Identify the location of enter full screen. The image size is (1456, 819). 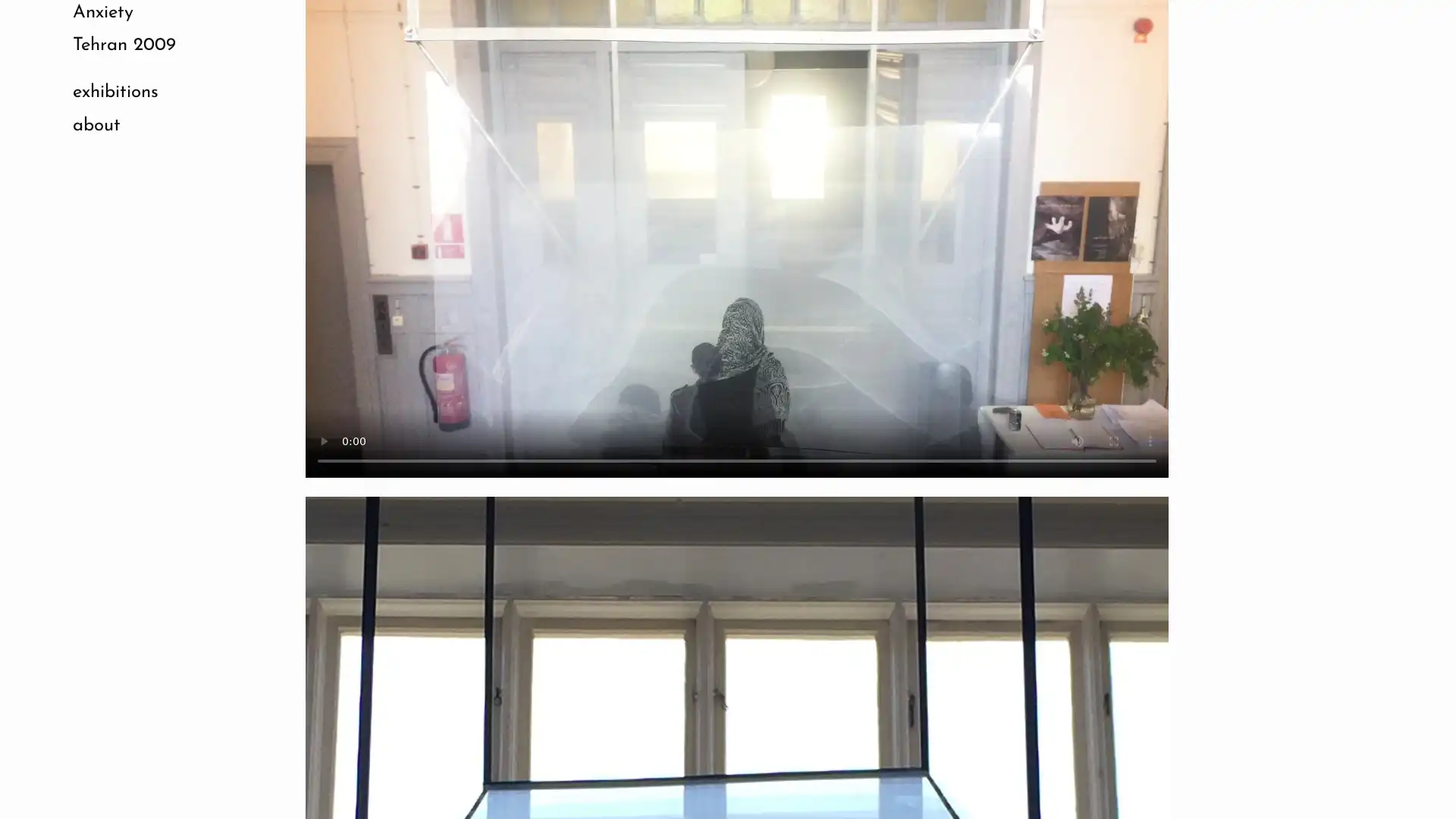
(1113, 441).